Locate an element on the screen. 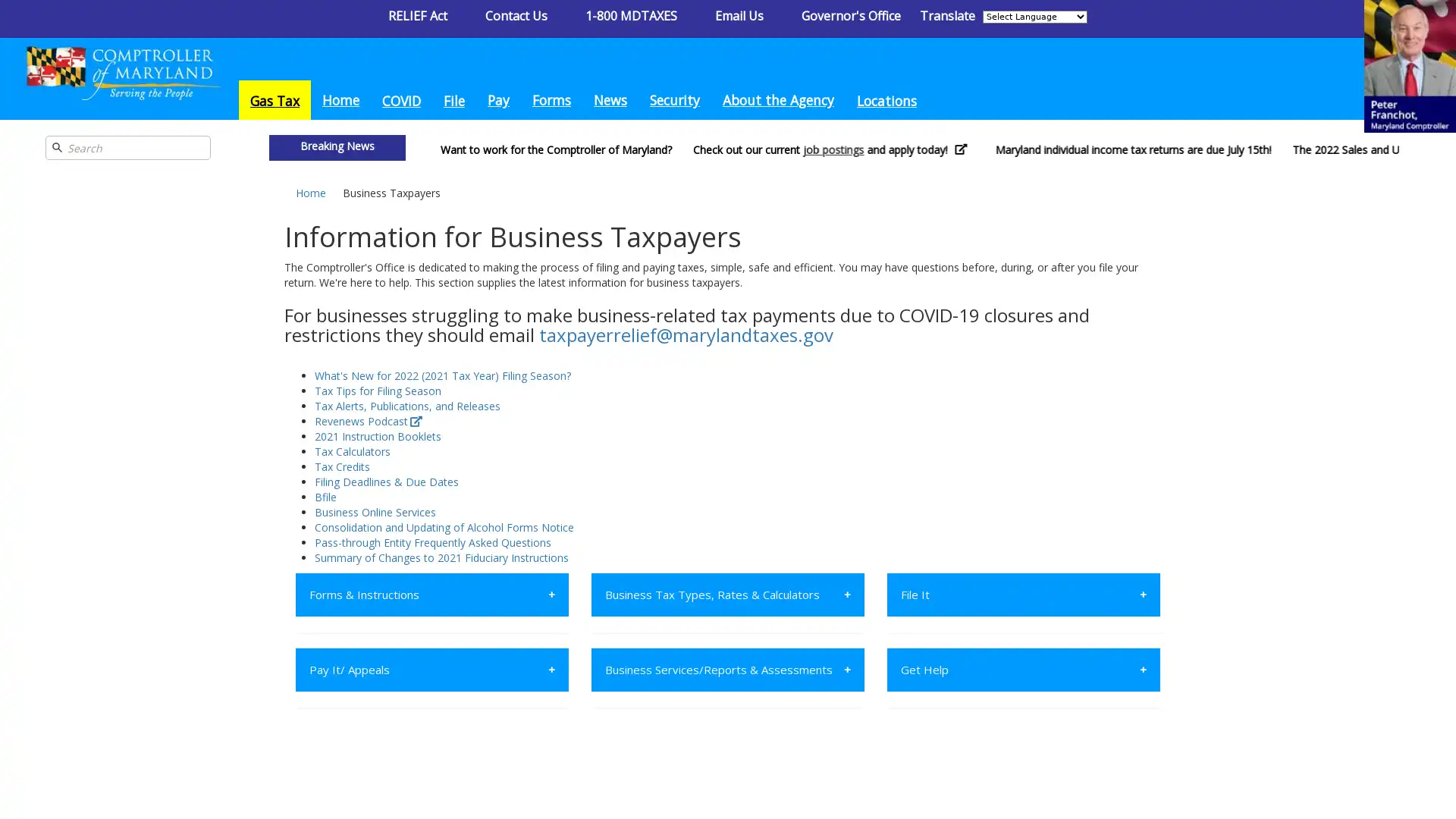 The width and height of the screenshot is (1456, 819). Forms & Instructions + is located at coordinates (431, 593).